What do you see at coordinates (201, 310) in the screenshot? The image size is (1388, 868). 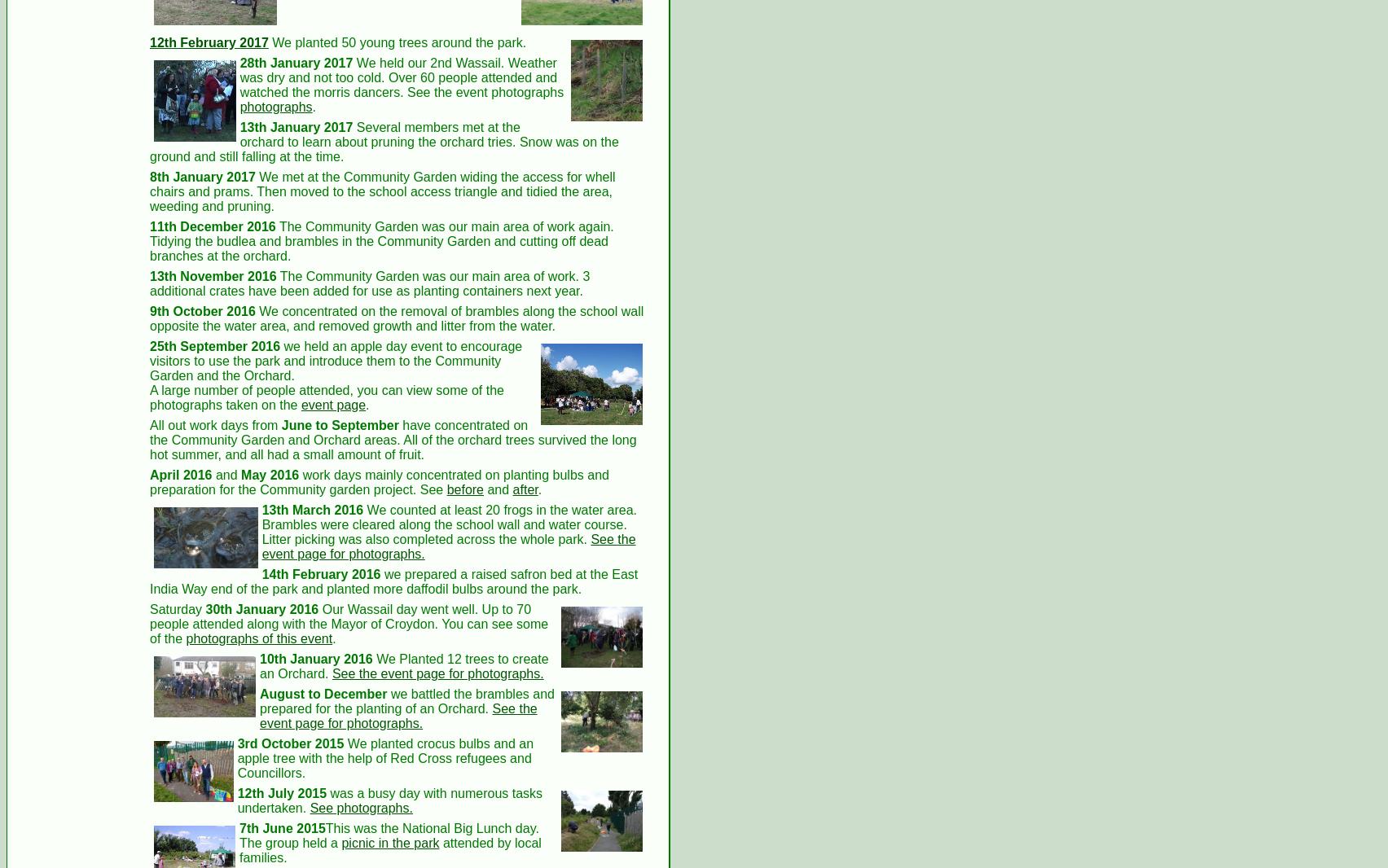 I see `'9th October 2016'` at bounding box center [201, 310].